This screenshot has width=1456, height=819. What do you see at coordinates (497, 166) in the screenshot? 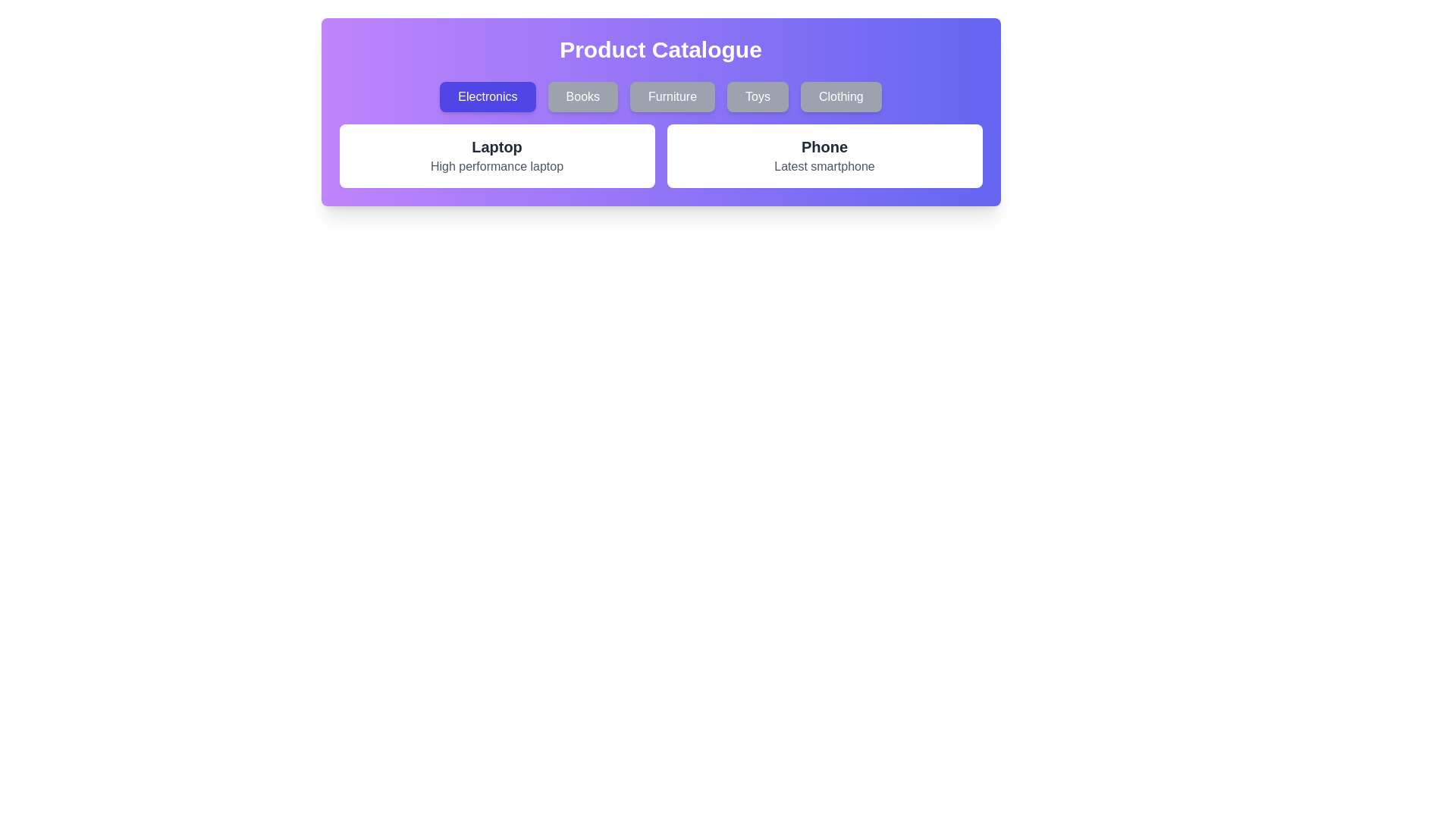
I see `the text 'High performance laptop' to select it` at bounding box center [497, 166].